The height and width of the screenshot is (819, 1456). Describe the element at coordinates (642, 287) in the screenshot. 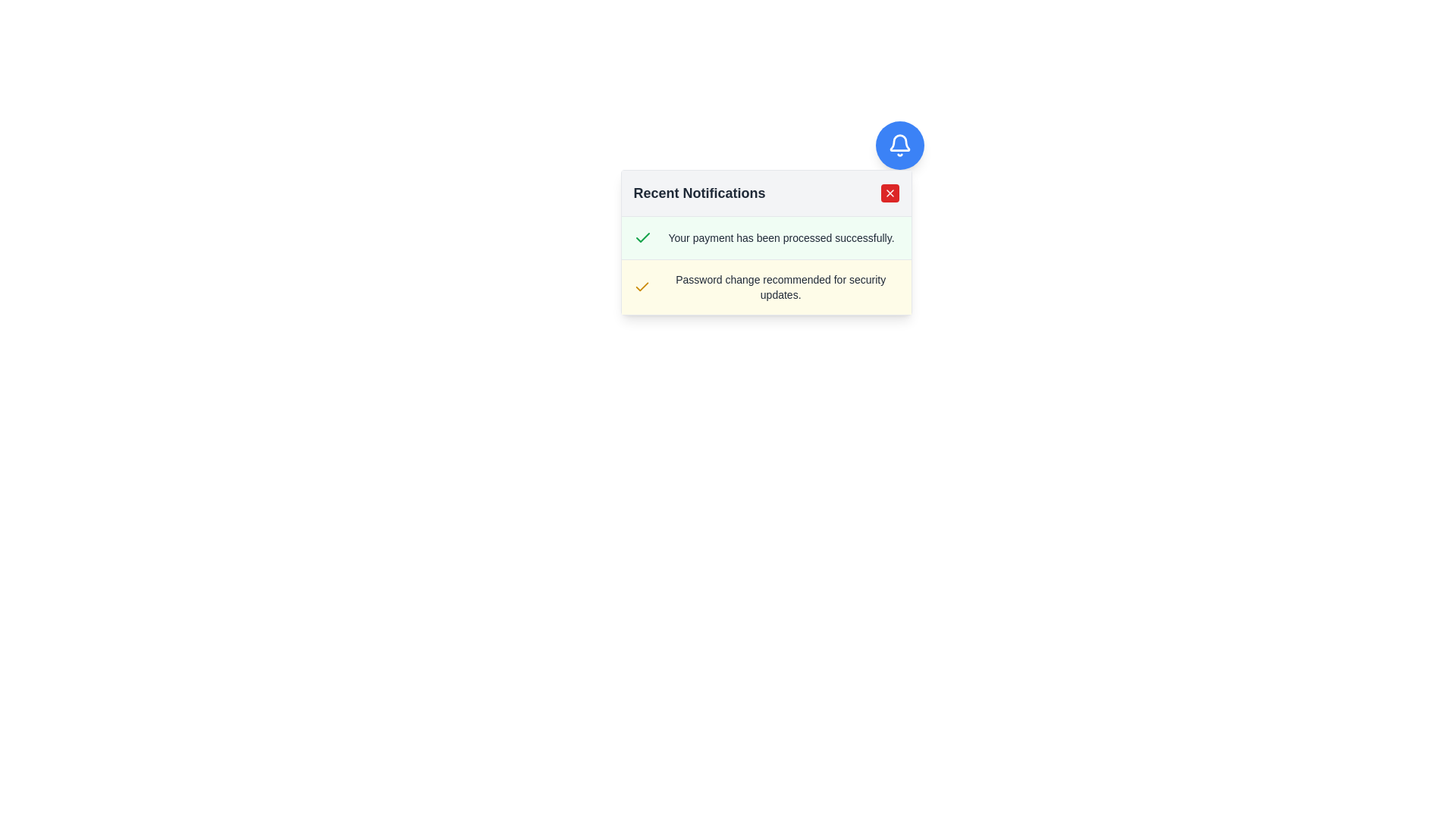

I see `the yellow checkmark icon (✔️) that indicates a successful payment notification positioned beside the message 'Your payment has been processed successfully' in the 'Recent Notifications' box` at that location.